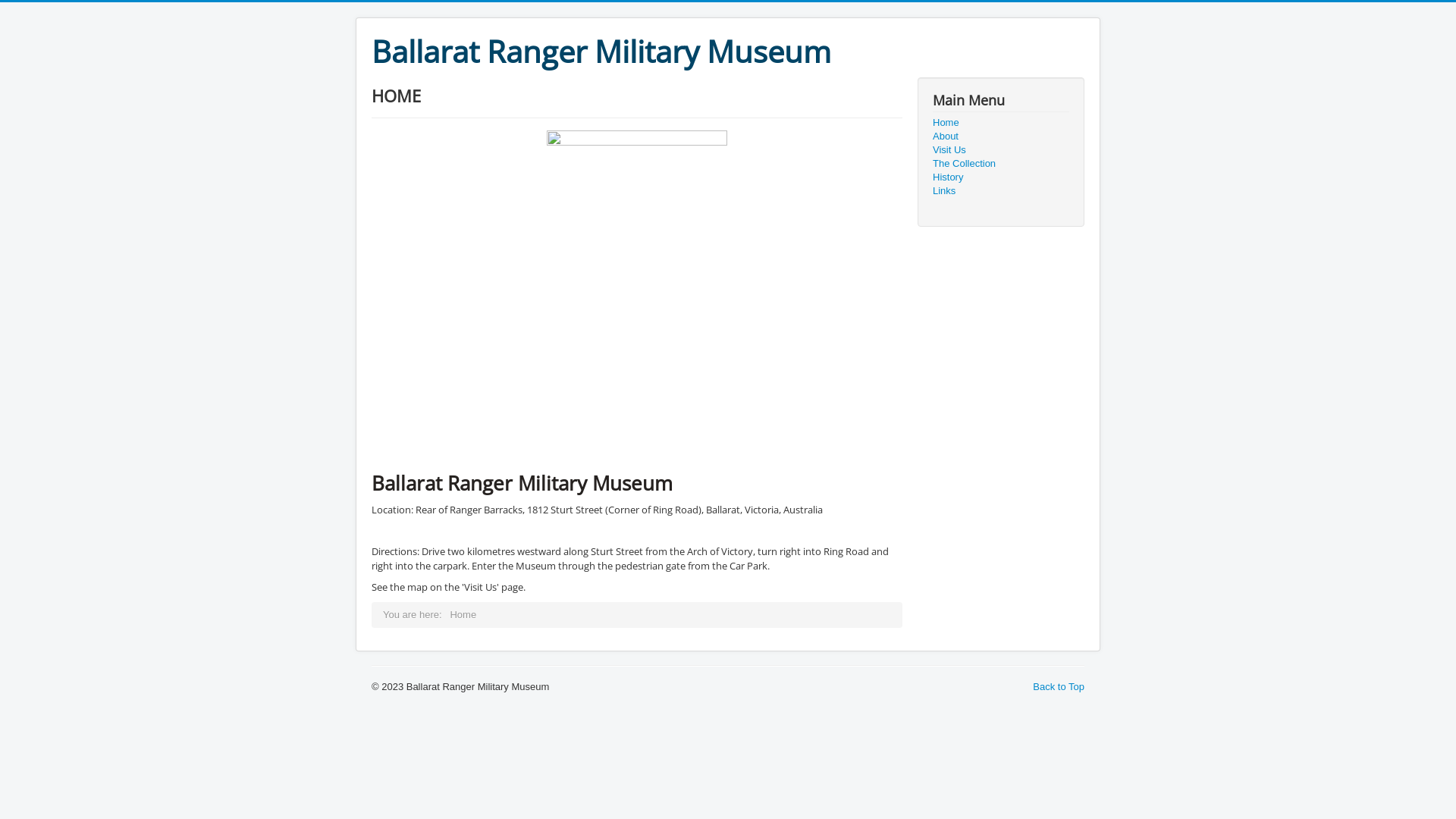 This screenshot has height=819, width=1456. What do you see at coordinates (1001, 177) in the screenshot?
I see `'History'` at bounding box center [1001, 177].